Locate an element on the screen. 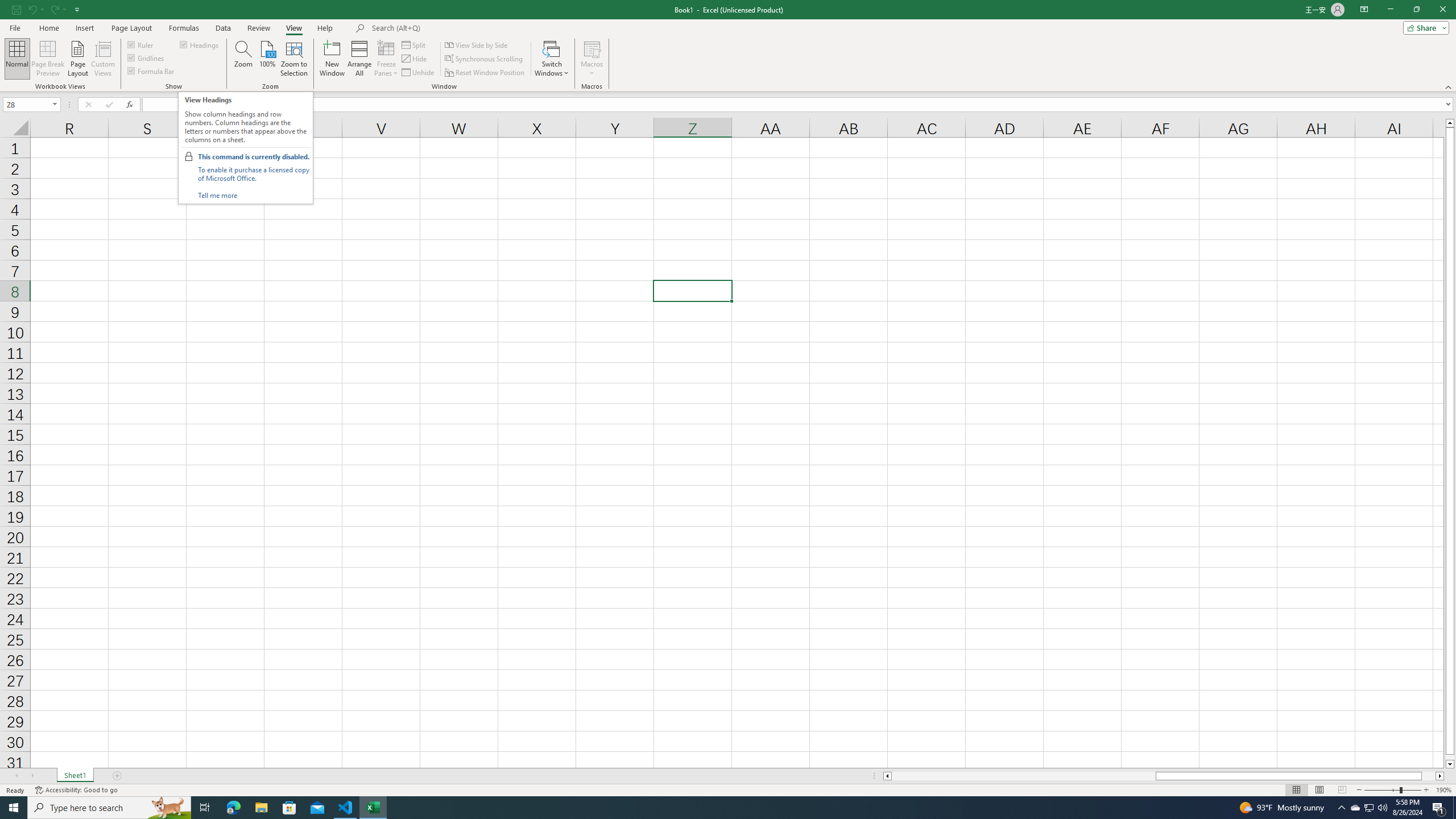 This screenshot has width=1456, height=819. 'Gridlines' is located at coordinates (146, 56).